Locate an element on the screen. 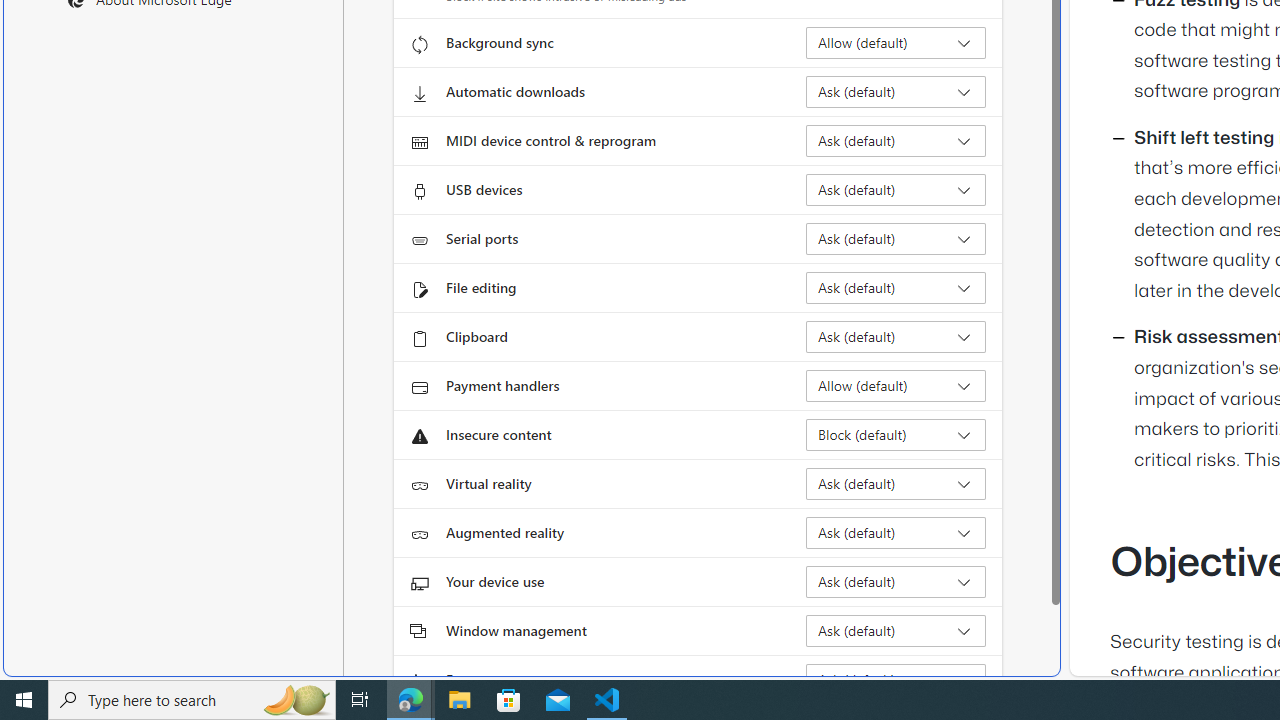 Image resolution: width=1280 pixels, height=720 pixels. 'File editing Ask (default)' is located at coordinates (895, 288).